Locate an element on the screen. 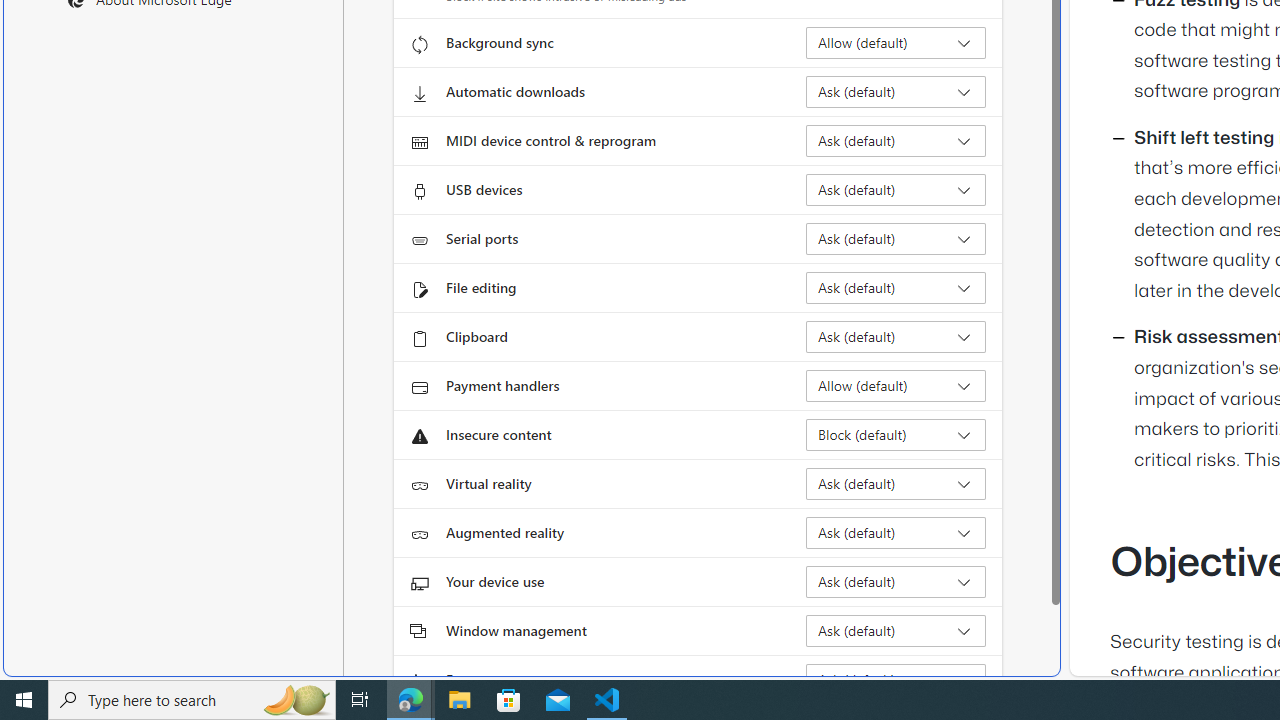 Image resolution: width=1280 pixels, height=720 pixels. 'File editing Ask (default)' is located at coordinates (895, 288).